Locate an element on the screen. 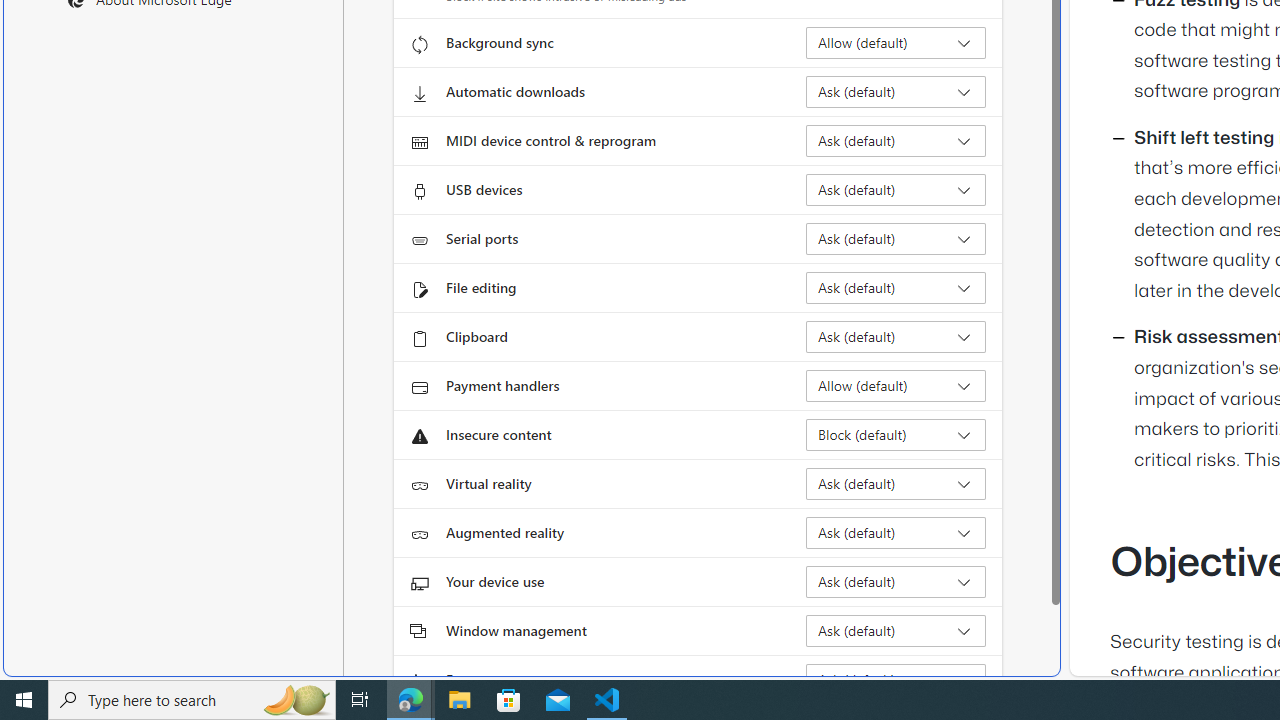 Image resolution: width=1280 pixels, height=720 pixels. 'File editing Ask (default)' is located at coordinates (895, 288).